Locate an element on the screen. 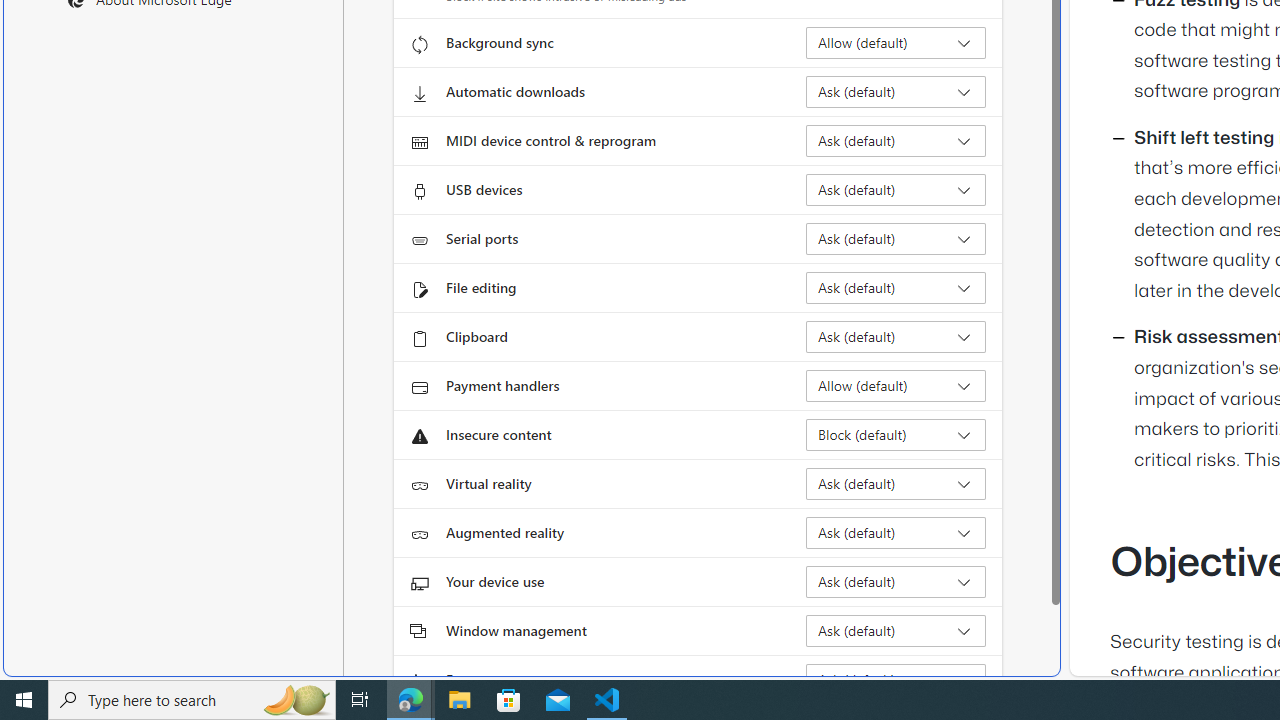 Image resolution: width=1280 pixels, height=720 pixels. 'File editing Ask (default)' is located at coordinates (895, 288).